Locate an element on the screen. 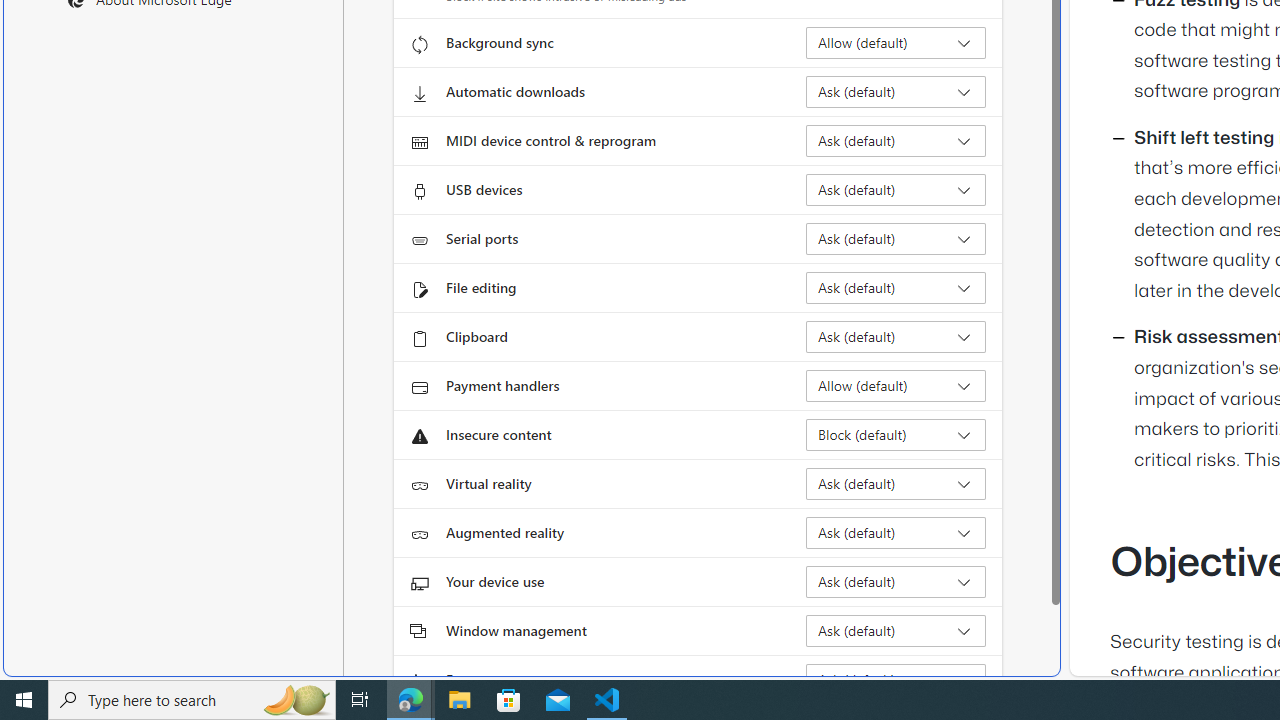 Image resolution: width=1280 pixels, height=720 pixels. 'File editing Ask (default)' is located at coordinates (895, 288).